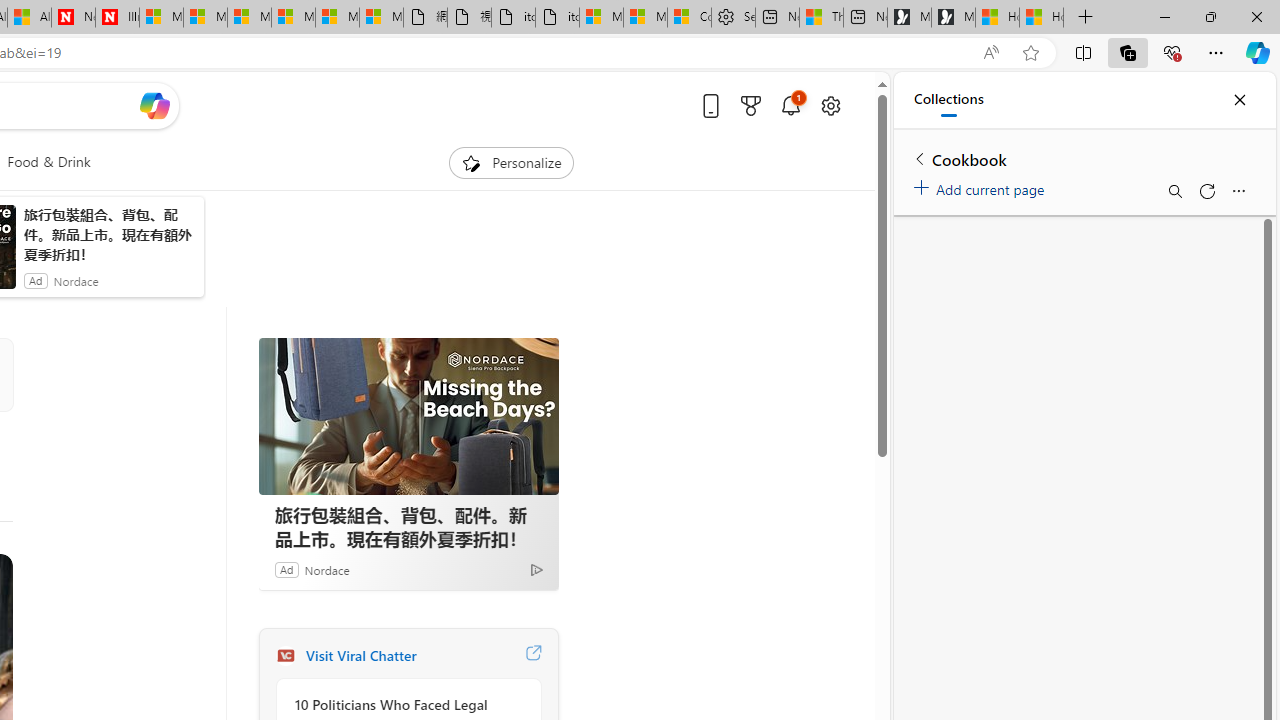  What do you see at coordinates (1082, 51) in the screenshot?
I see `'Split screen'` at bounding box center [1082, 51].